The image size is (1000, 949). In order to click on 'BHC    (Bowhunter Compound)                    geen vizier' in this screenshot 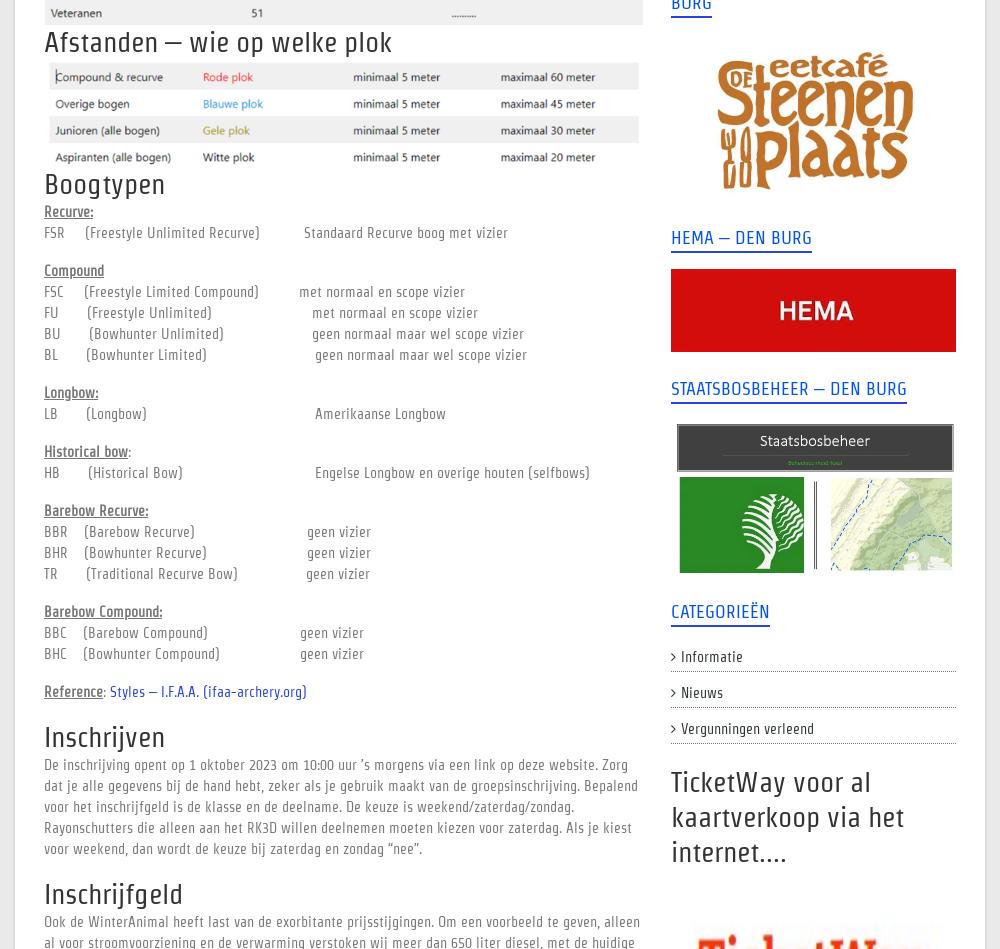, I will do `click(203, 653)`.